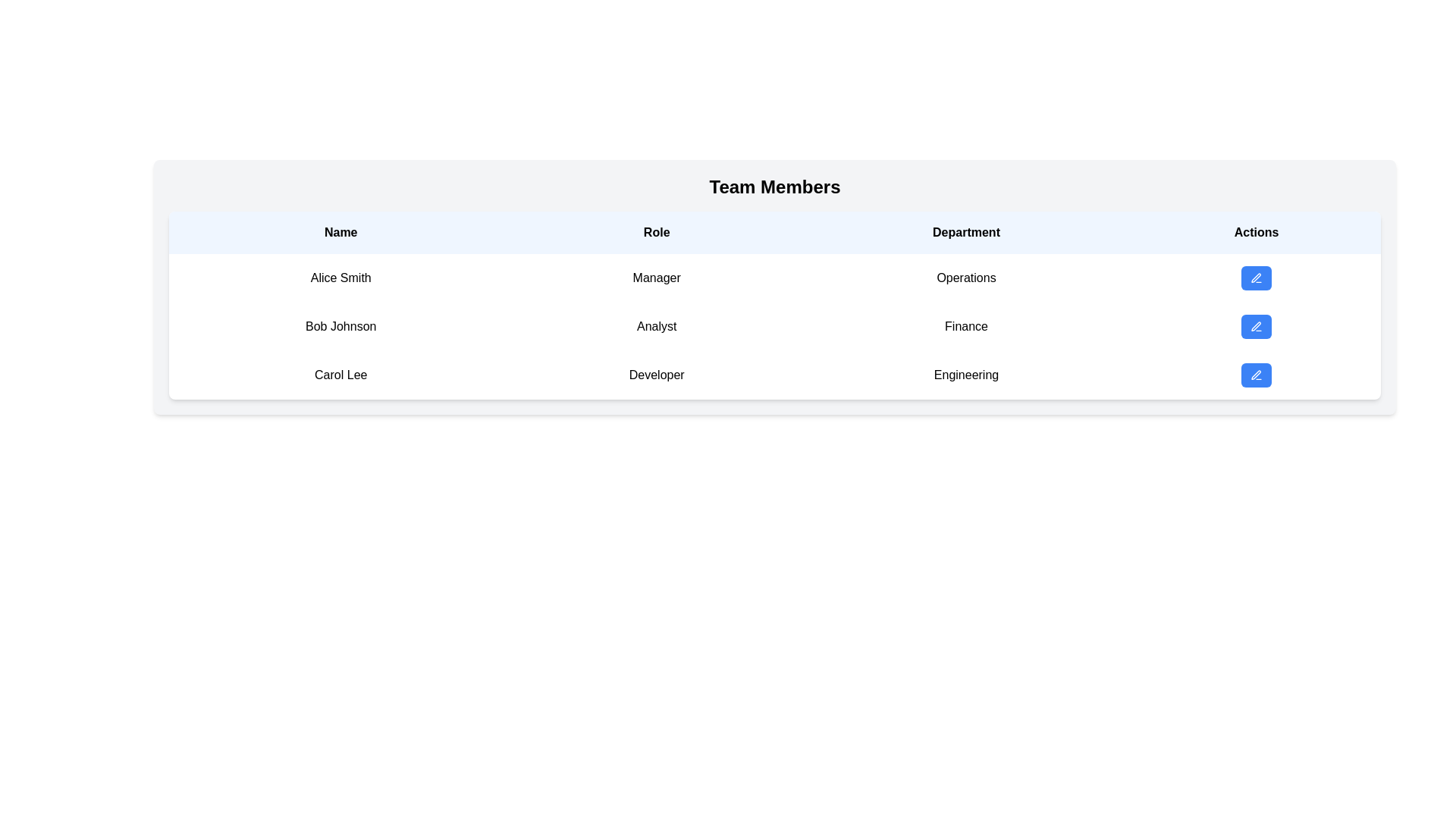 Image resolution: width=1456 pixels, height=819 pixels. Describe the element at coordinates (1256, 375) in the screenshot. I see `the delete icon button located in the bottom-right corner of the Actions column for the third row associated with 'Carol Lee'` at that location.